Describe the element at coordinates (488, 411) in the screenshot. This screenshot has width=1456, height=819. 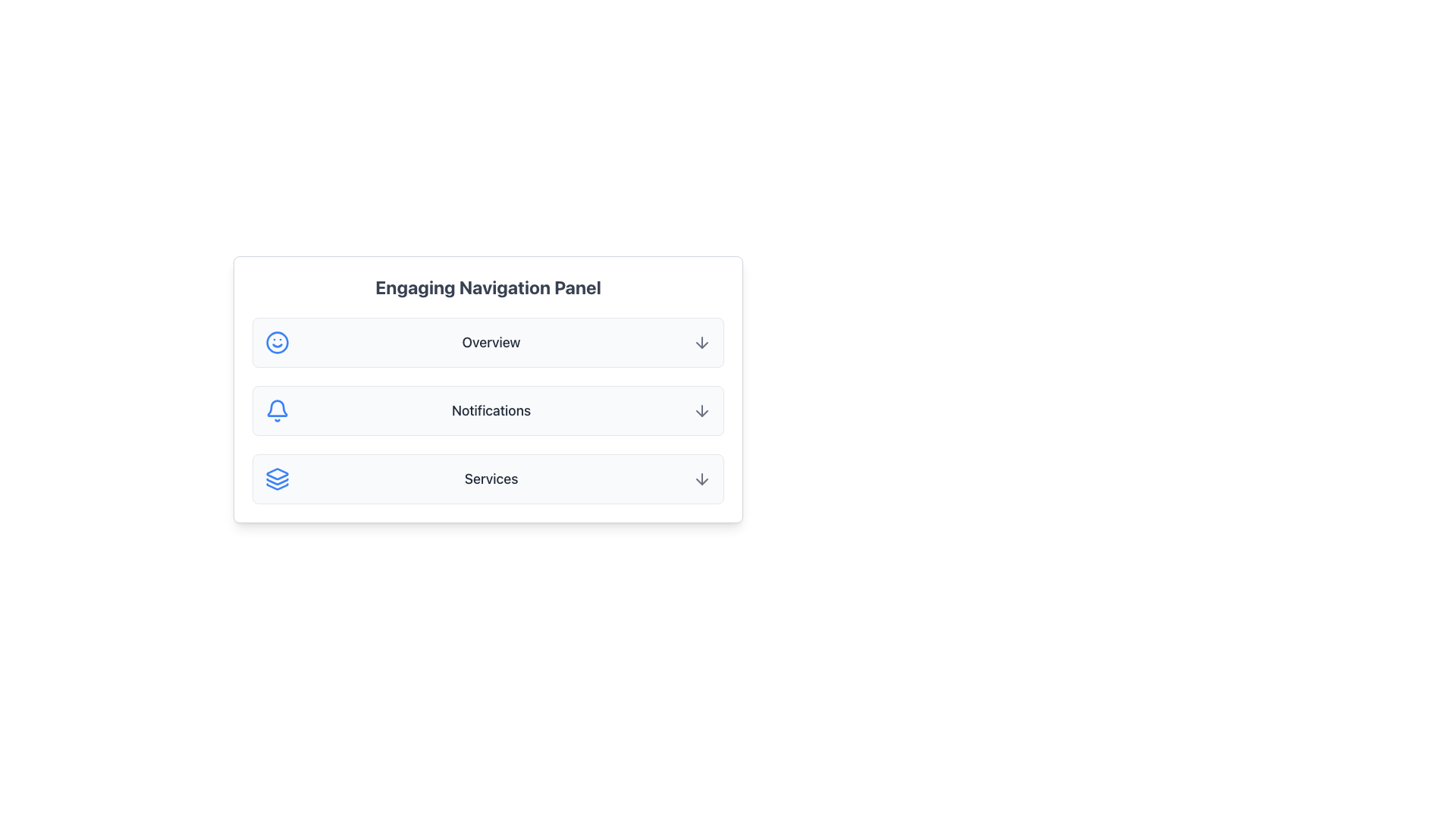
I see `the Navigation Panel` at that location.